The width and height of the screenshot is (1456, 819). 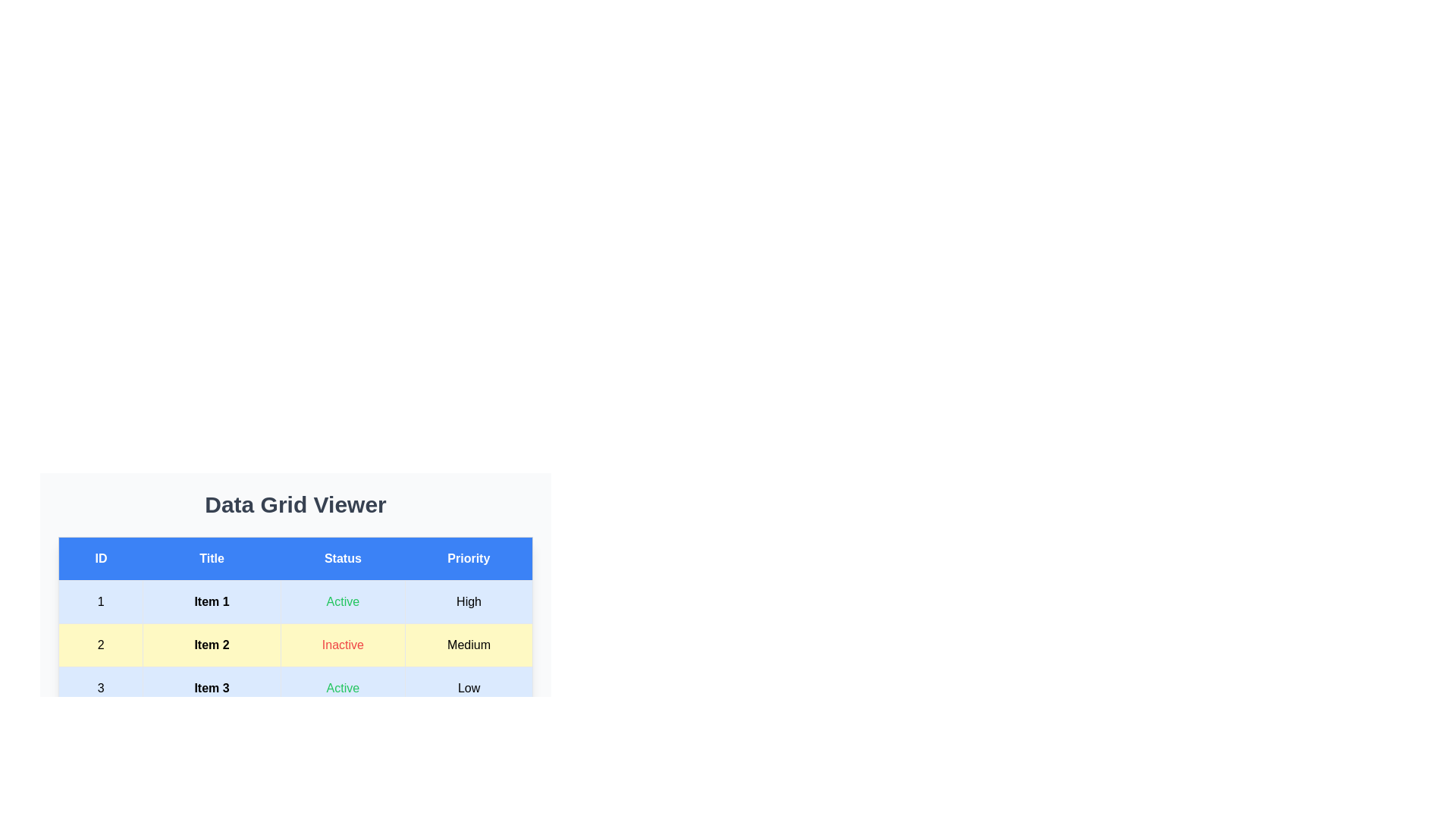 What do you see at coordinates (100, 558) in the screenshot?
I see `the column header ID to sort the table by that column` at bounding box center [100, 558].